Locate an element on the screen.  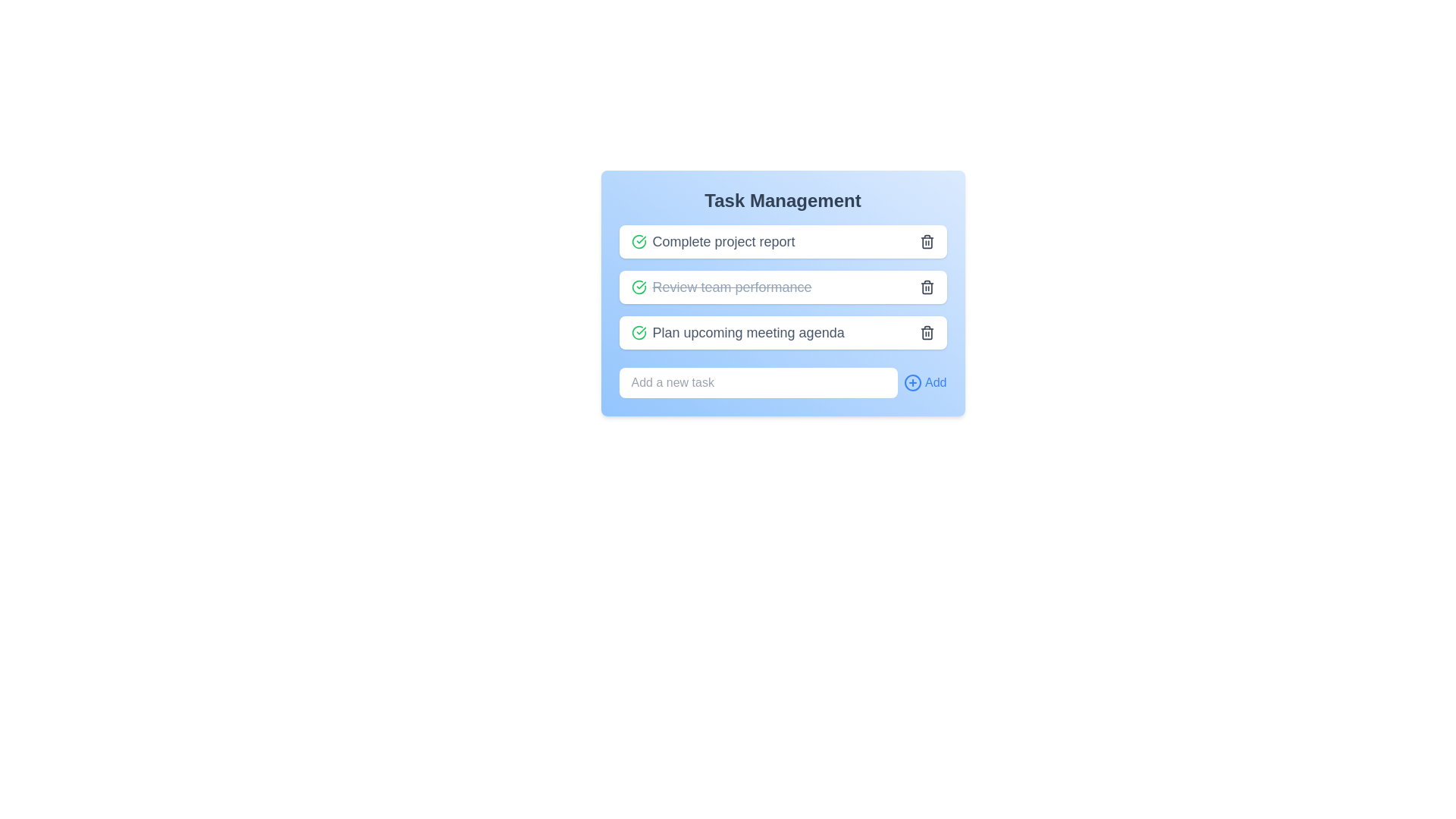
the trash bin icon button located to the right of the task labeled 'Review team performance' is located at coordinates (926, 287).